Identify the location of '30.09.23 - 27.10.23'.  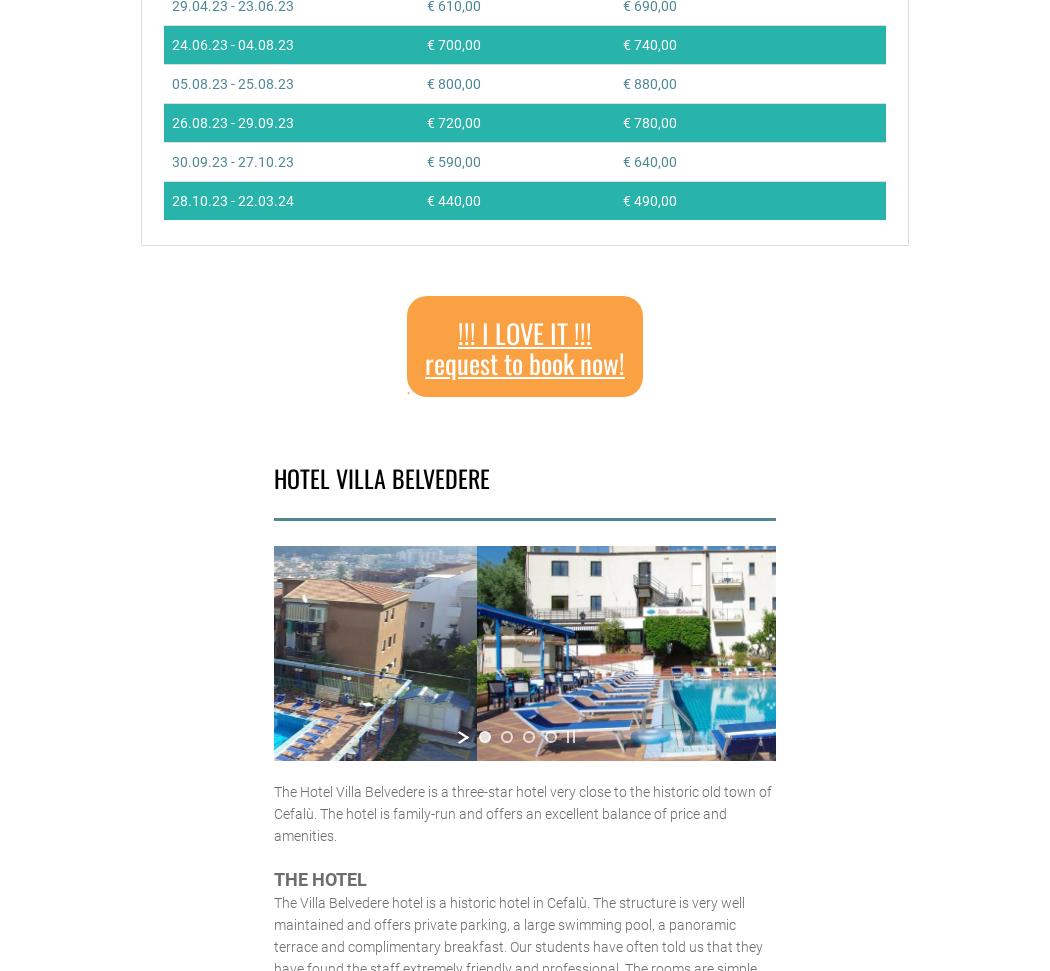
(232, 160).